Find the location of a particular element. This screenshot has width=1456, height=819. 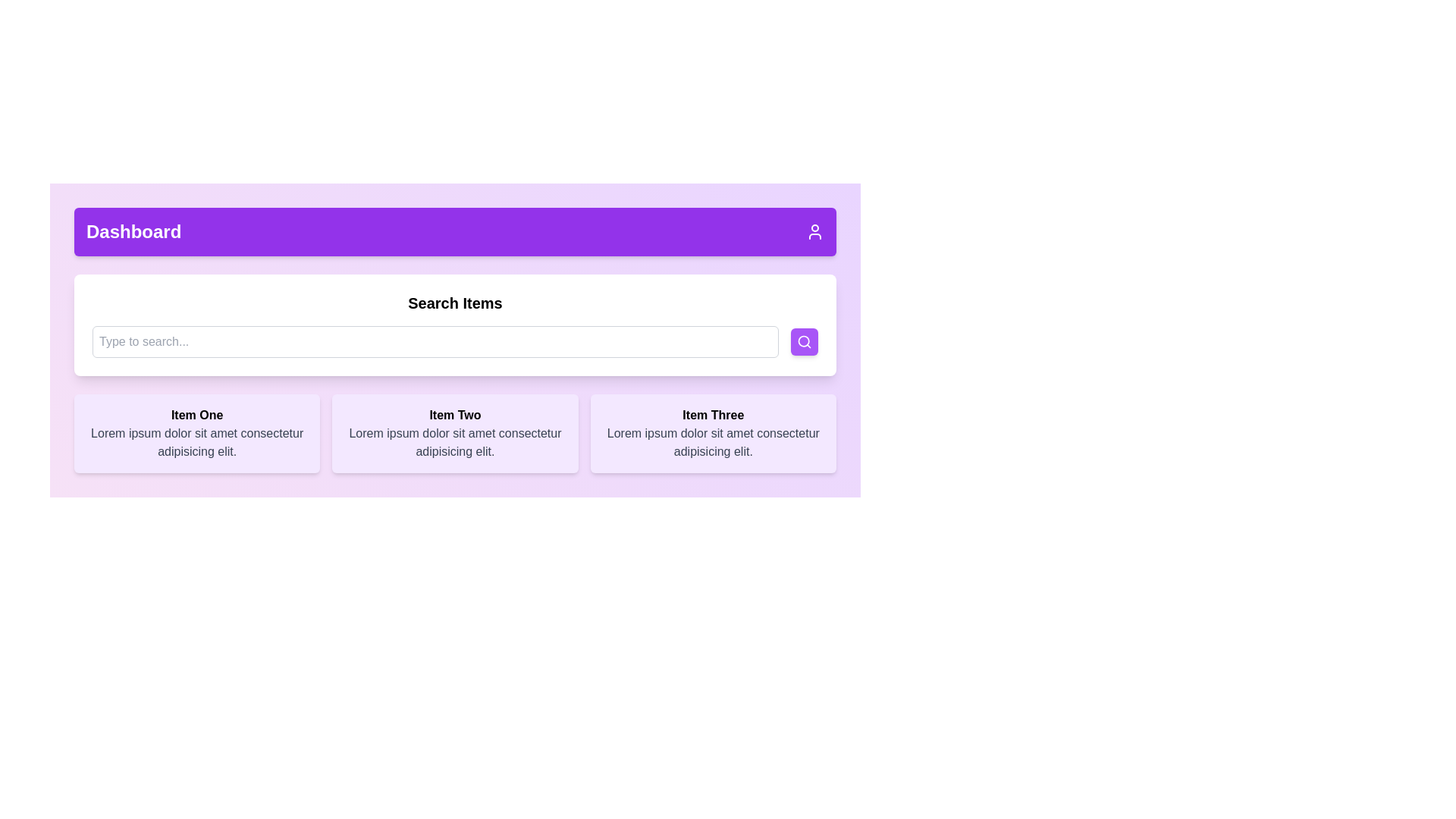

the bold header text labeled 'Item One' which is located at the top of a content card with a purple background is located at coordinates (196, 415).